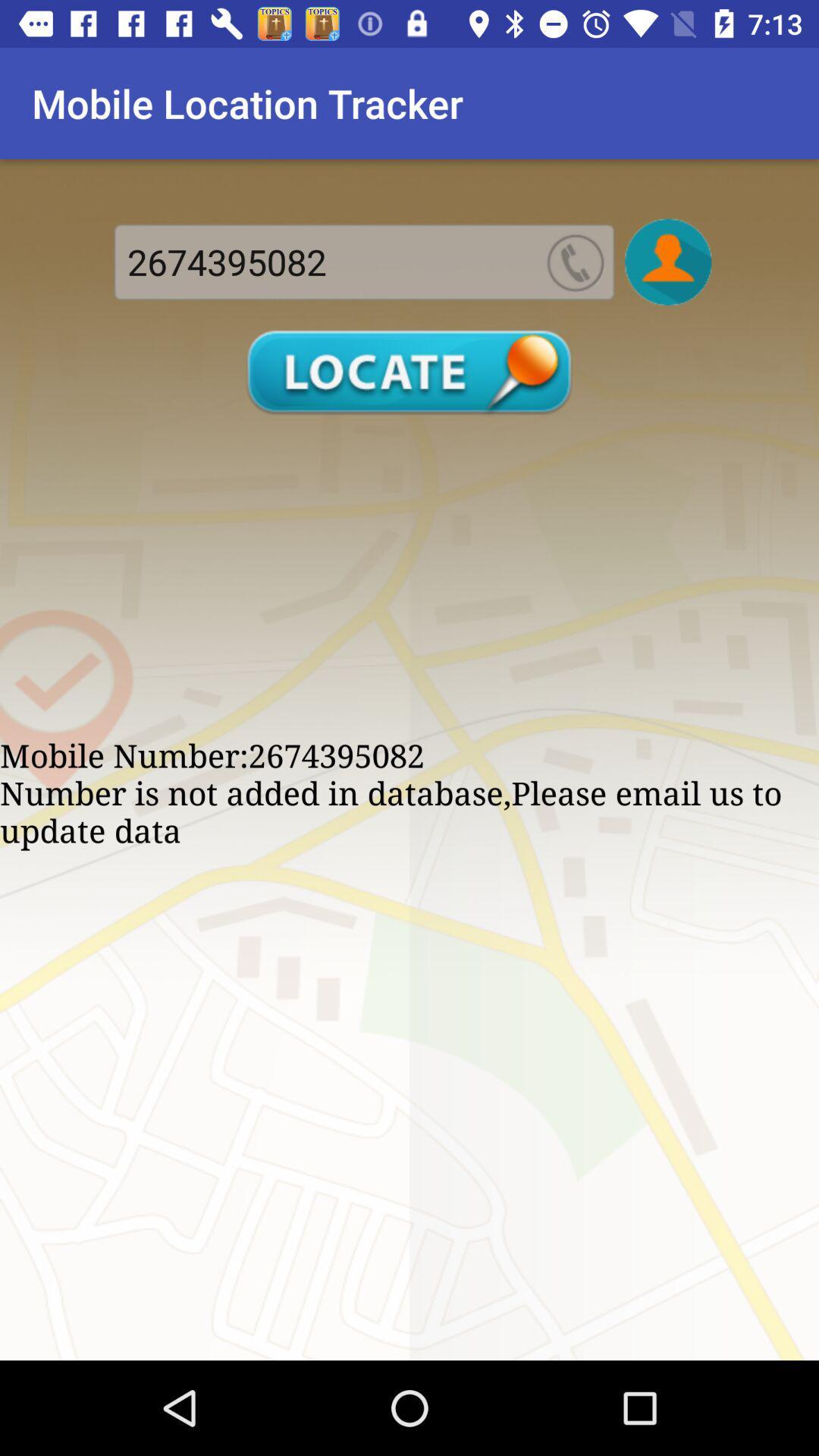  Describe the element at coordinates (667, 262) in the screenshot. I see `photo` at that location.